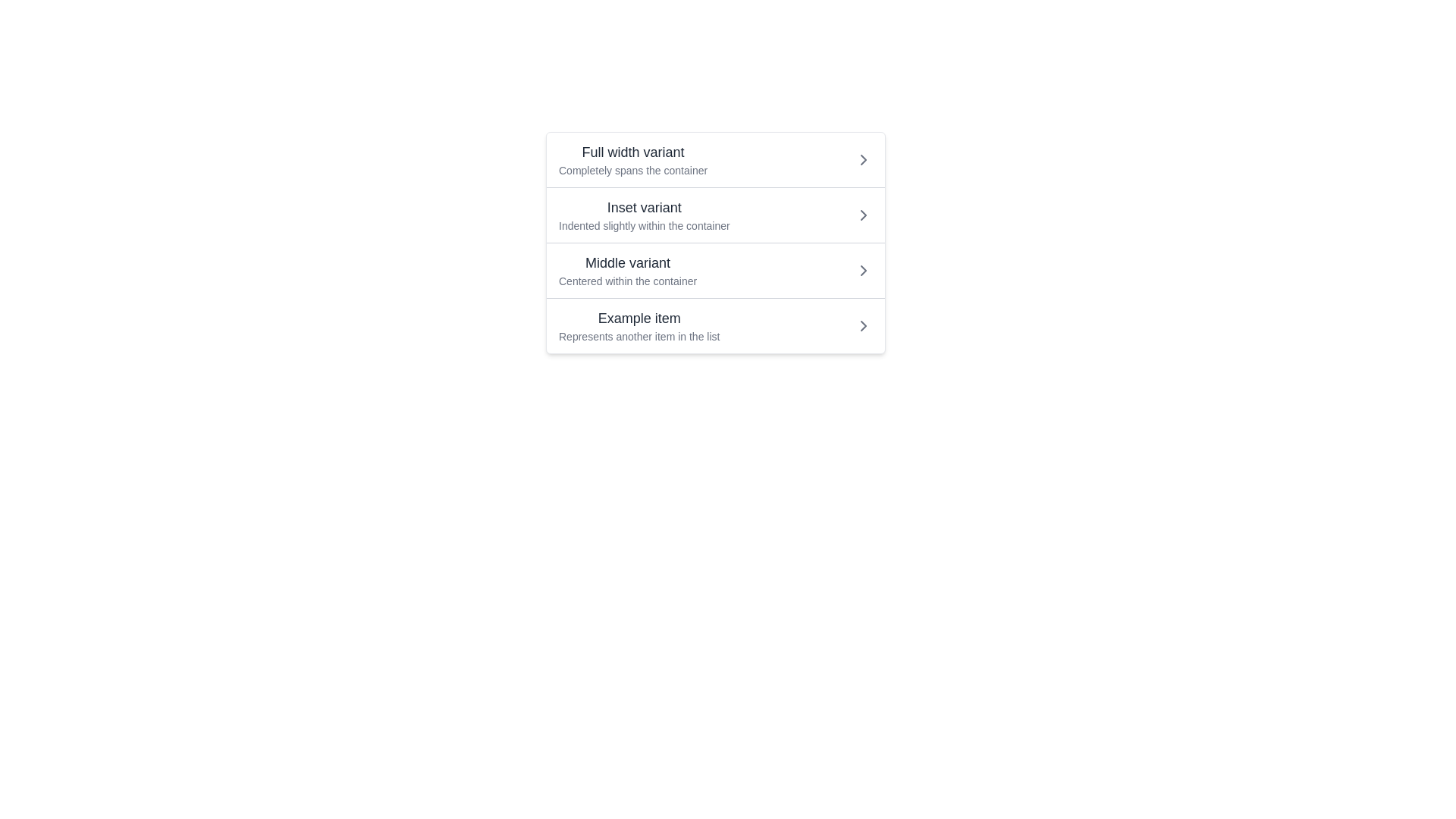 This screenshot has height=819, width=1456. I want to click on the right-facing chevron icon with a gray color and thin stroke, located at the far-right end of the 'Full width variant' list entry, so click(863, 160).